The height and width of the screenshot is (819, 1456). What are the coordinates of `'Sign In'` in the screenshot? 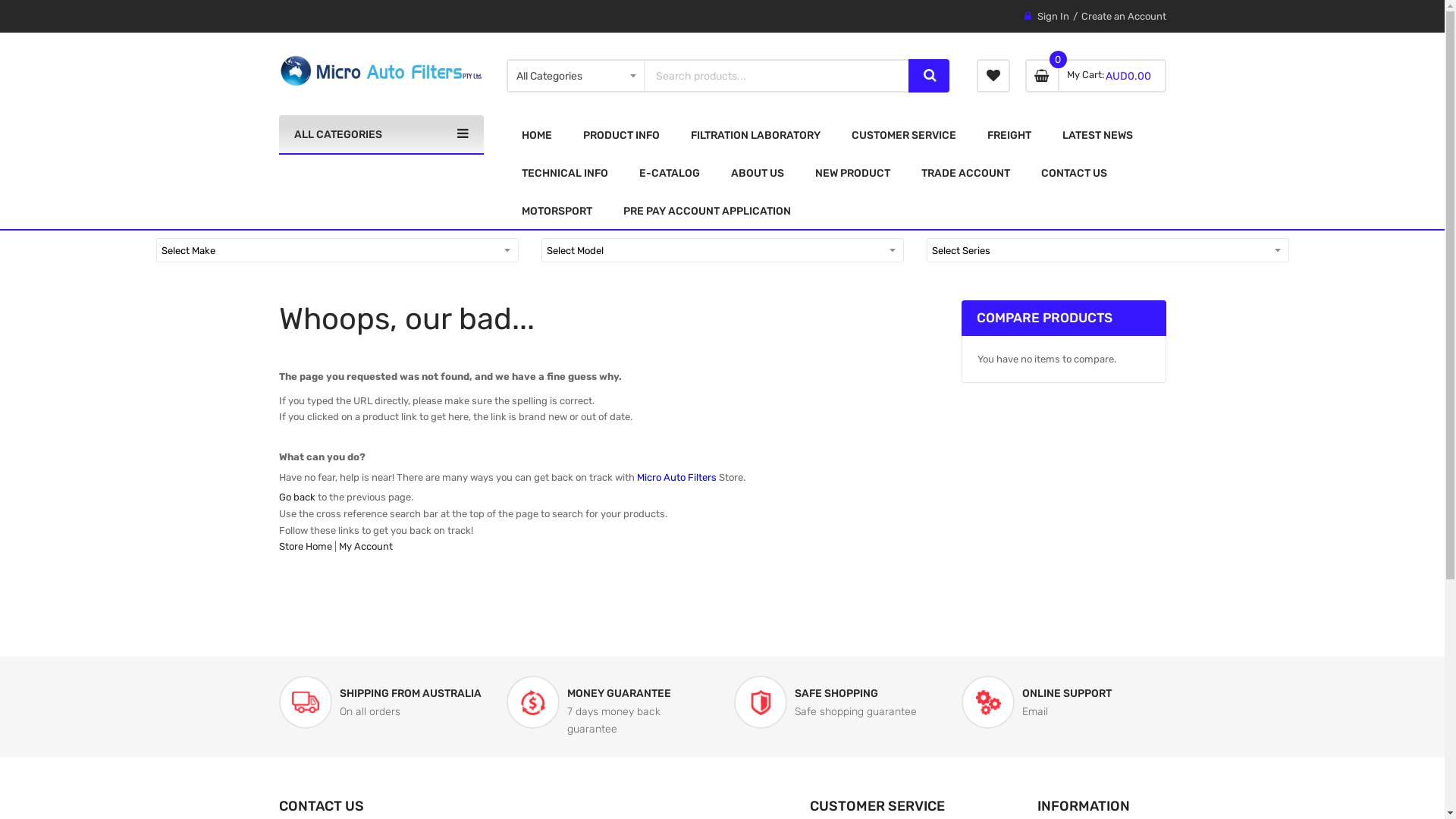 It's located at (1037, 16).